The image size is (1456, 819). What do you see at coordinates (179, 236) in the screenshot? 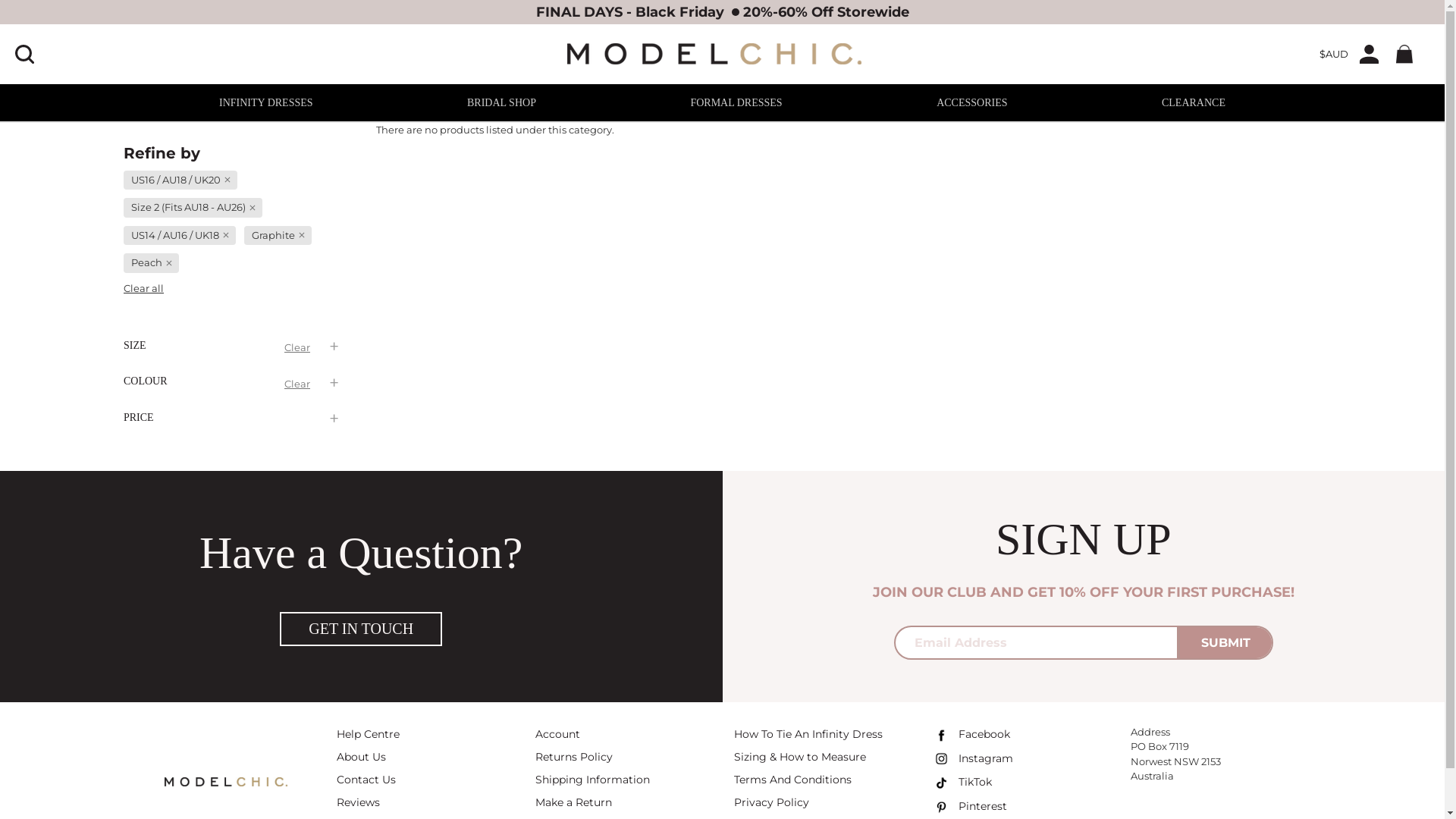
I see `'US14 / AU16 / UK18'` at bounding box center [179, 236].